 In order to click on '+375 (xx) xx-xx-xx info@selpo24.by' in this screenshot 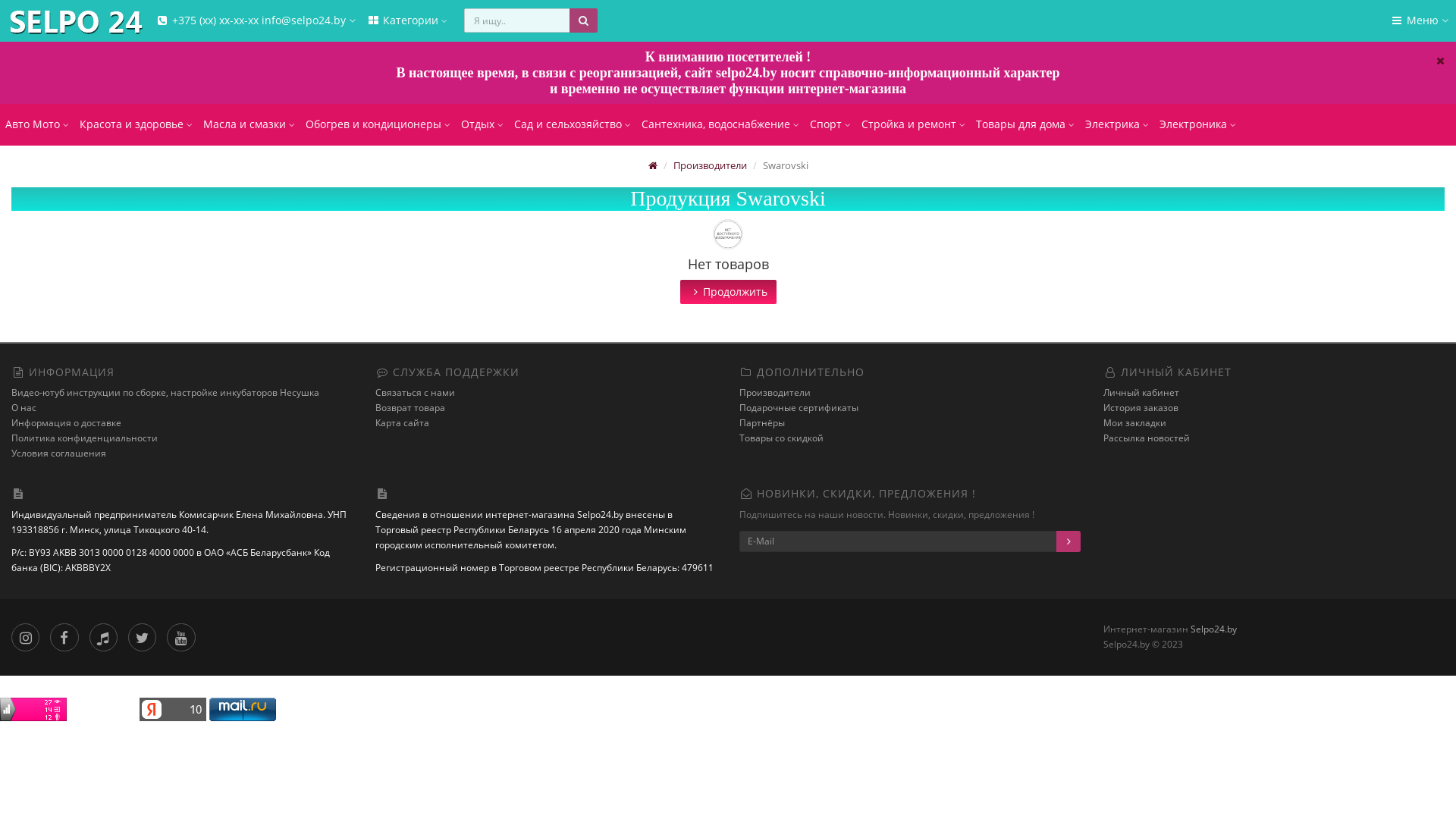, I will do `click(255, 20)`.